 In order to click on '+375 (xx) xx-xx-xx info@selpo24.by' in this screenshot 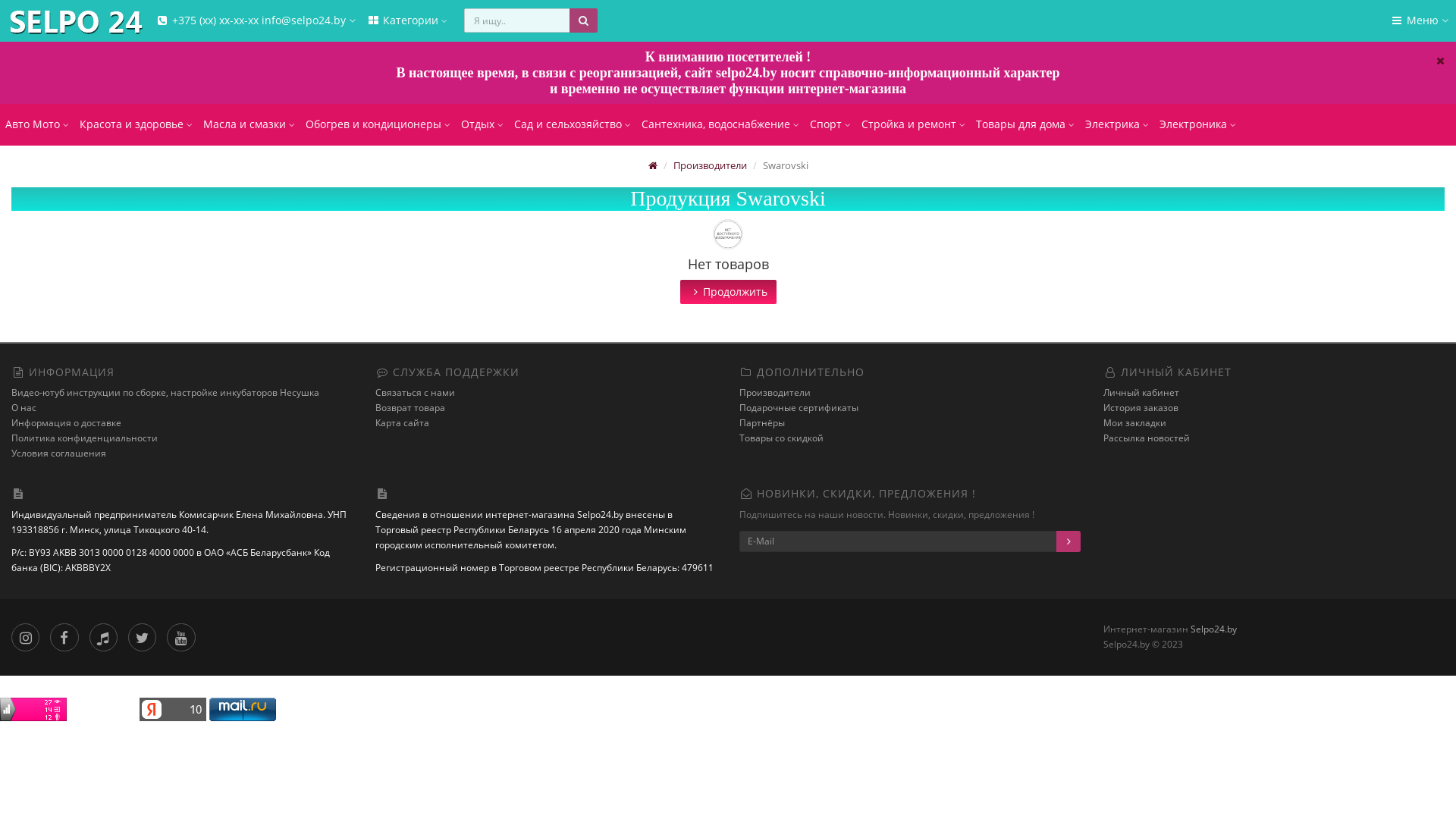, I will do `click(255, 20)`.